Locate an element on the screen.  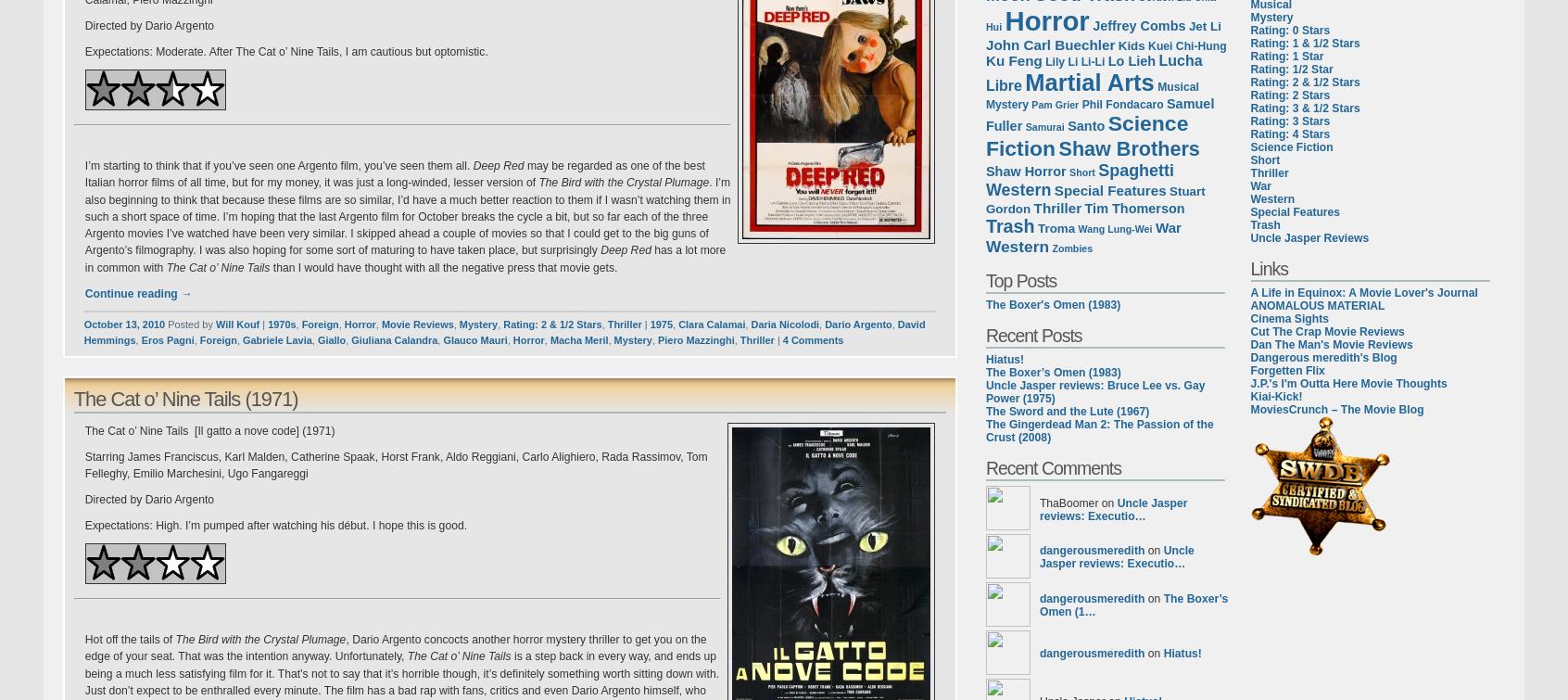
'may be regarded as one of the best Italian horror films of all time, but for my money, it was just a long-winded, lesser version of' is located at coordinates (393, 173).